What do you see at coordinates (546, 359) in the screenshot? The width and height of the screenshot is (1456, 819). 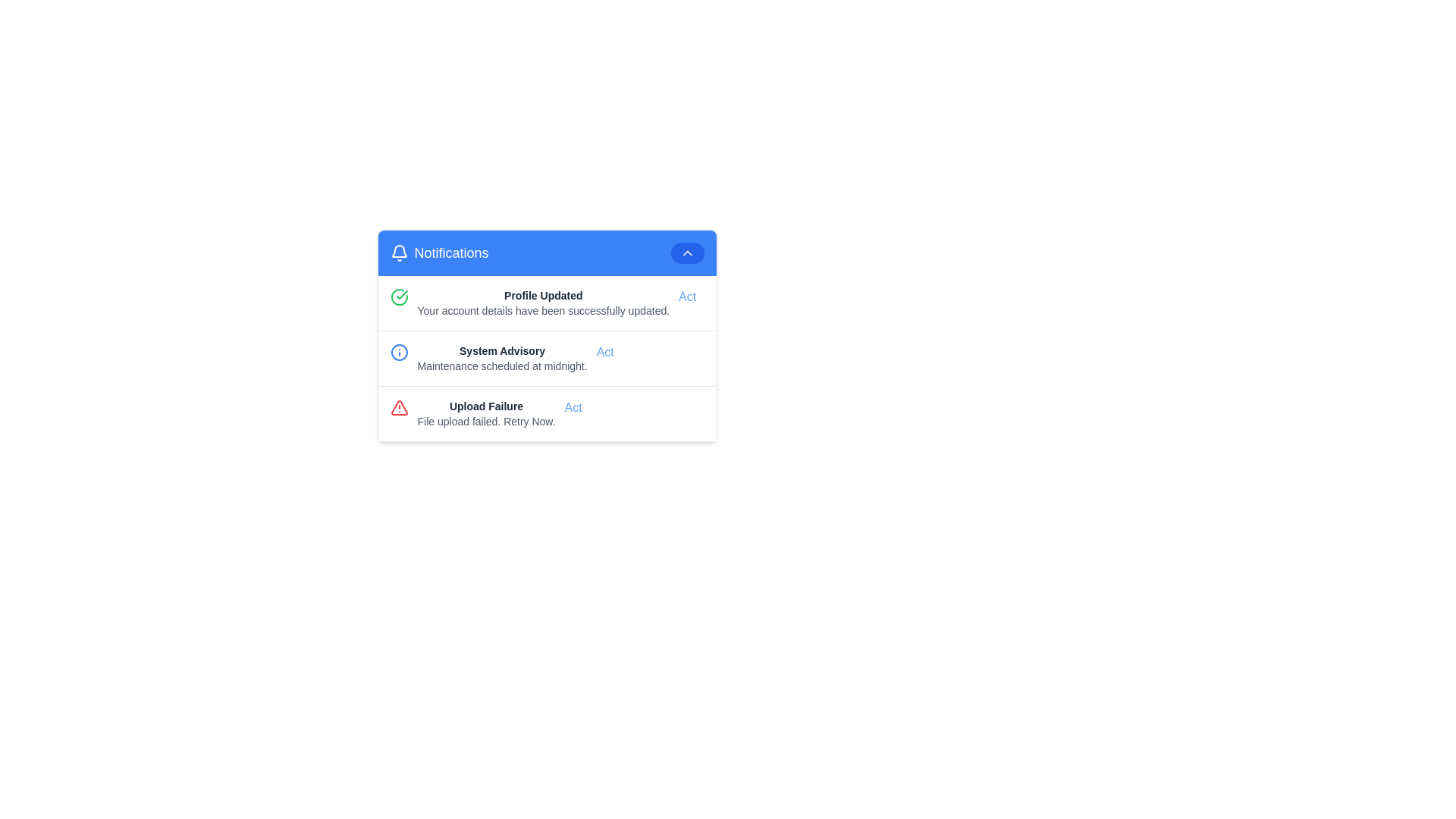 I see `advisory notification displayed in the middle section under the 'Notifications' header` at bounding box center [546, 359].